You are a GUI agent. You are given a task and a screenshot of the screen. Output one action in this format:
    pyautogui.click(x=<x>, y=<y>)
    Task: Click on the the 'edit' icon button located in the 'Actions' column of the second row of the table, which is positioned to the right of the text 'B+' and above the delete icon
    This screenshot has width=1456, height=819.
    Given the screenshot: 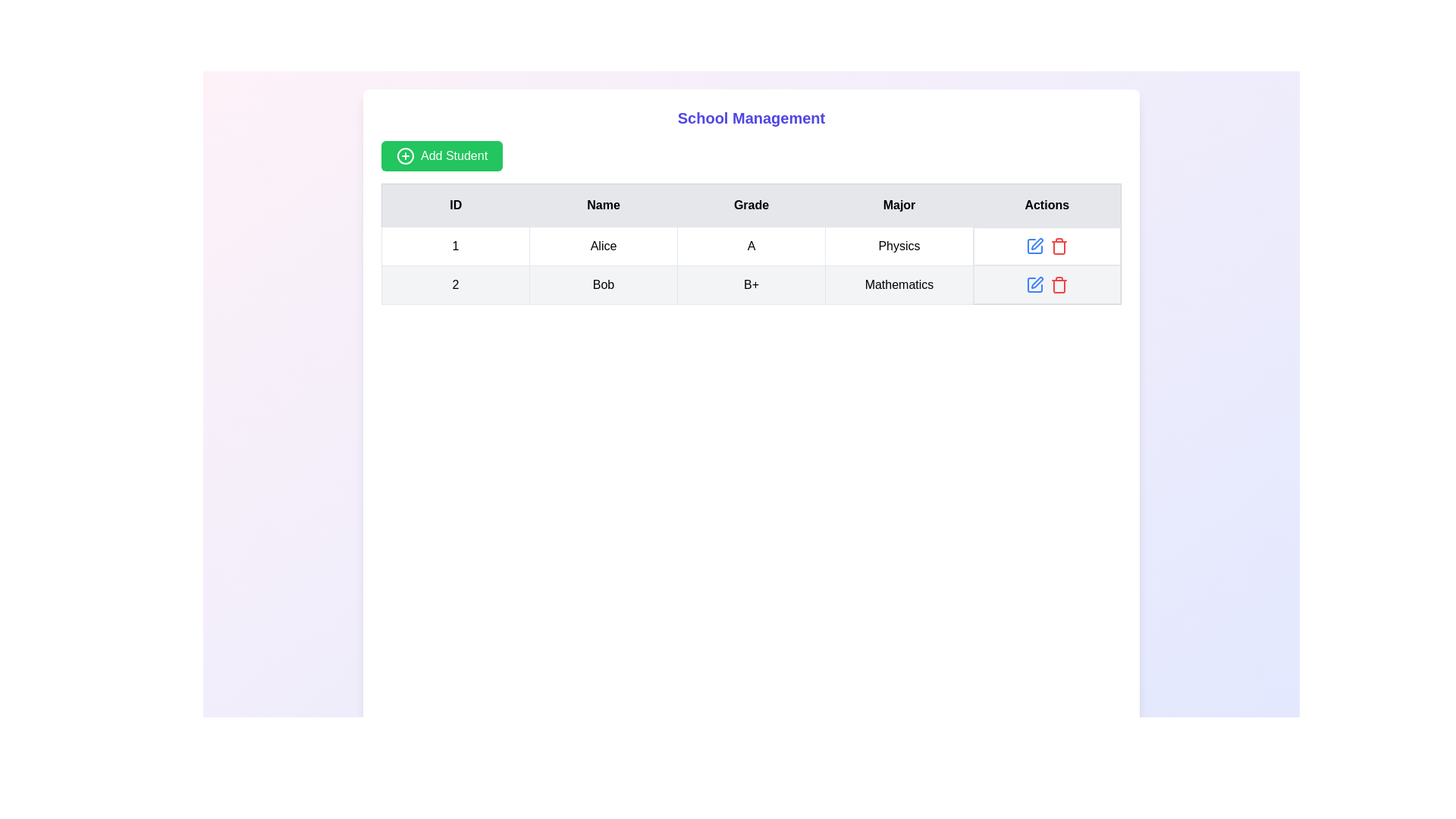 What is the action you would take?
    pyautogui.click(x=1034, y=284)
    